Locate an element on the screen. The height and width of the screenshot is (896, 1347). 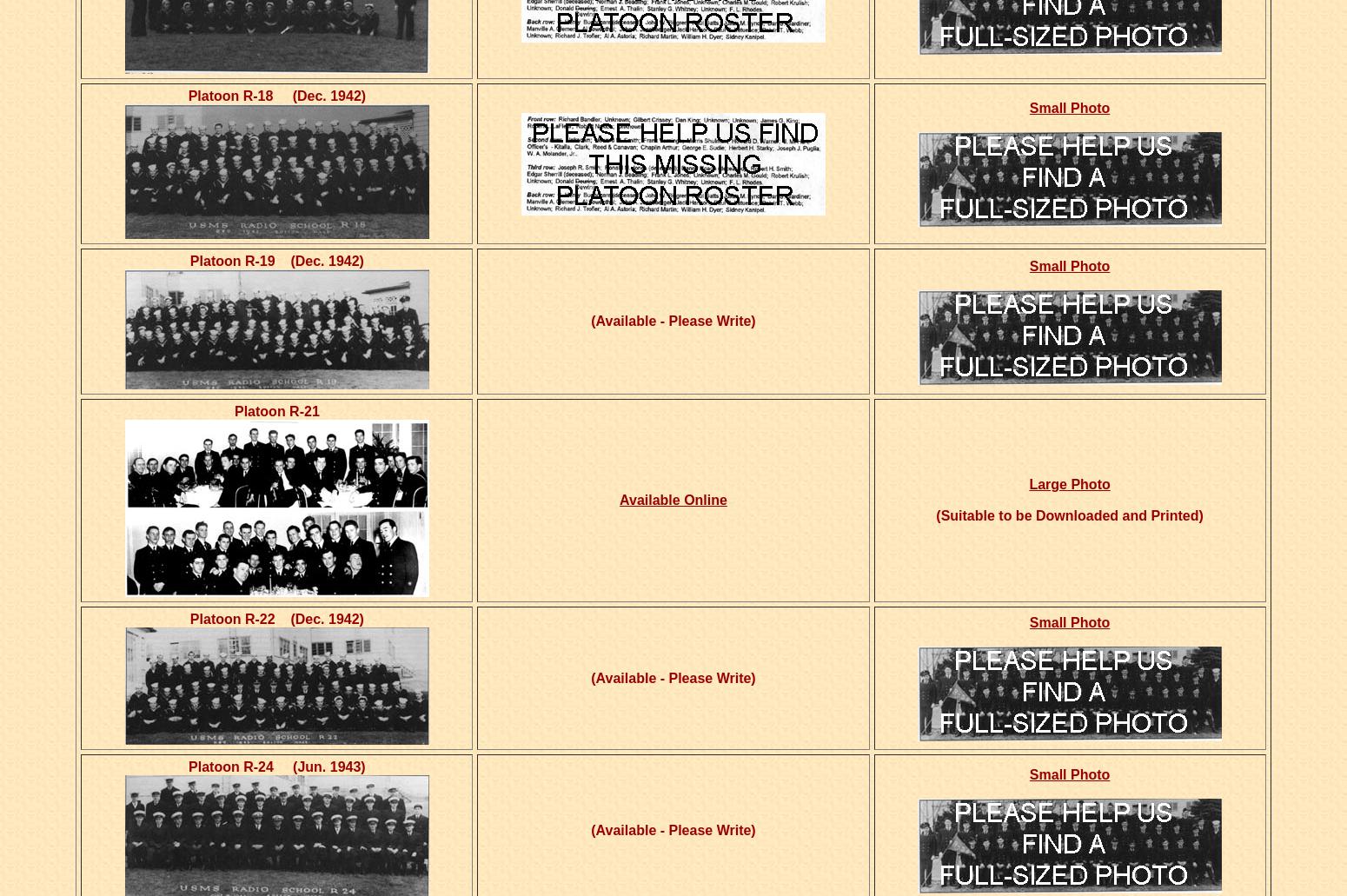
'Large 
                
                Photo' is located at coordinates (1069, 483).